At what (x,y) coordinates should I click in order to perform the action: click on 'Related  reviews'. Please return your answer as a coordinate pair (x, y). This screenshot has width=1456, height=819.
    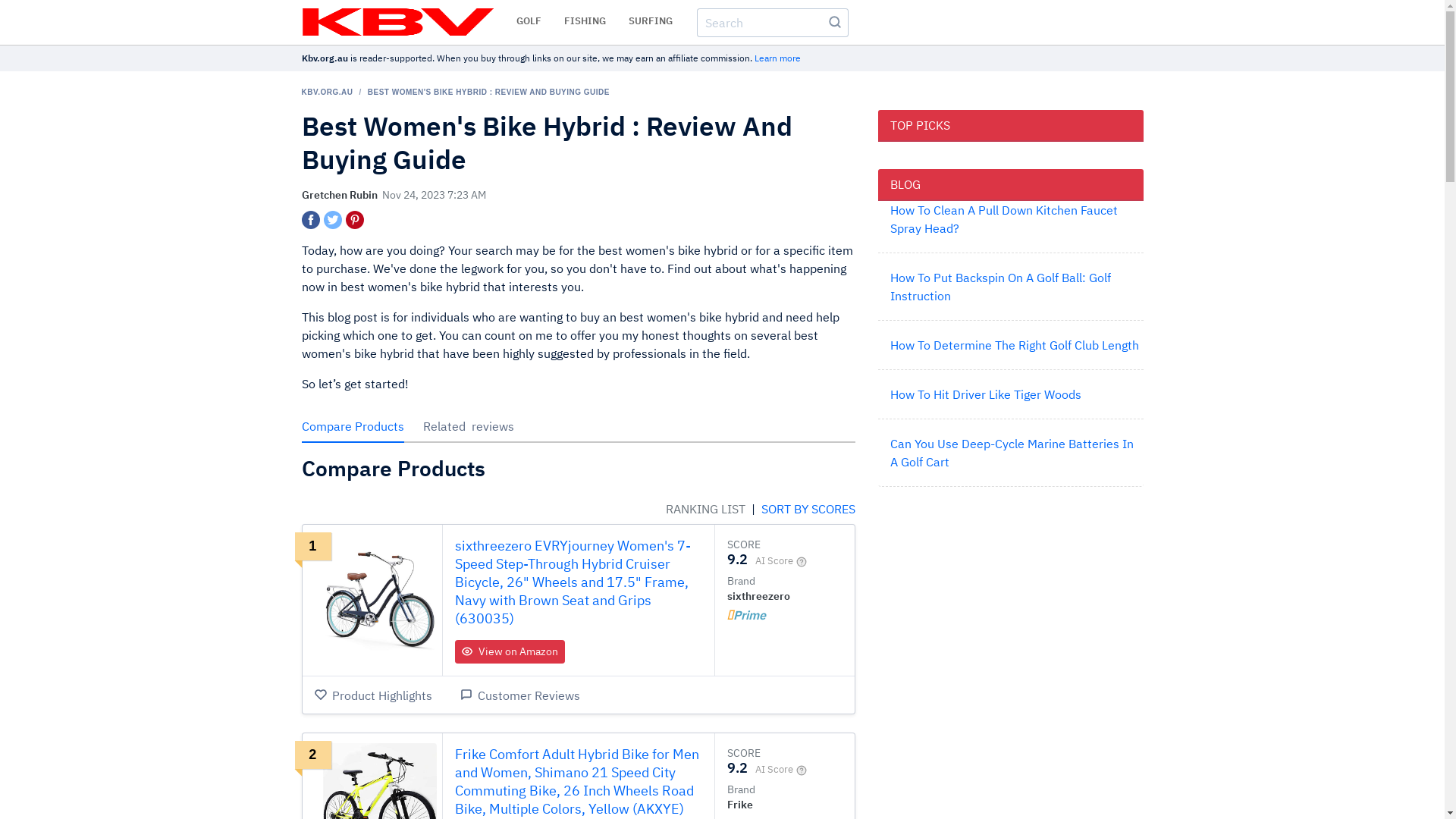
    Looking at the image, I should click on (468, 426).